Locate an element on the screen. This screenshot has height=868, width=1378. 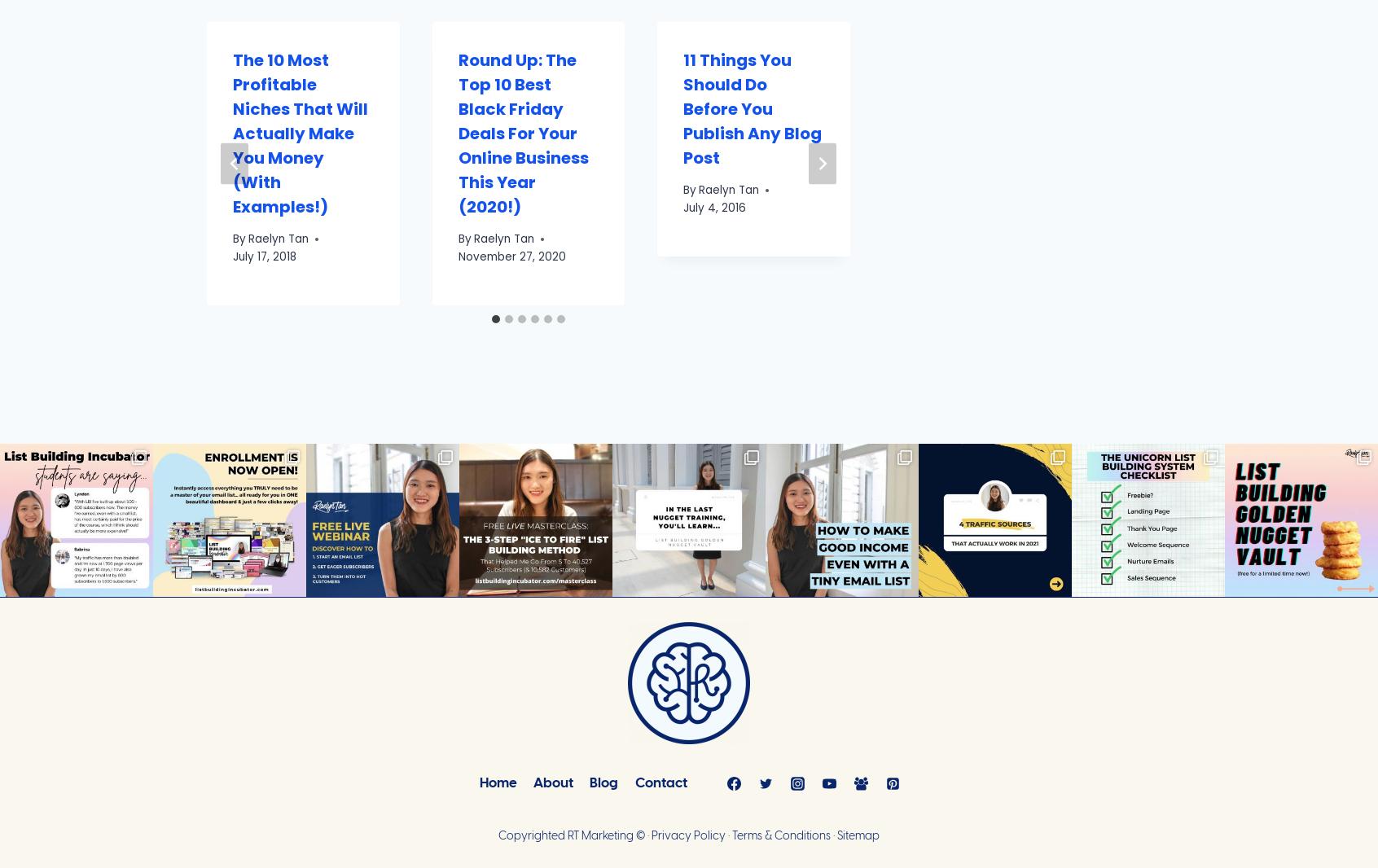
'About' is located at coordinates (553, 783).